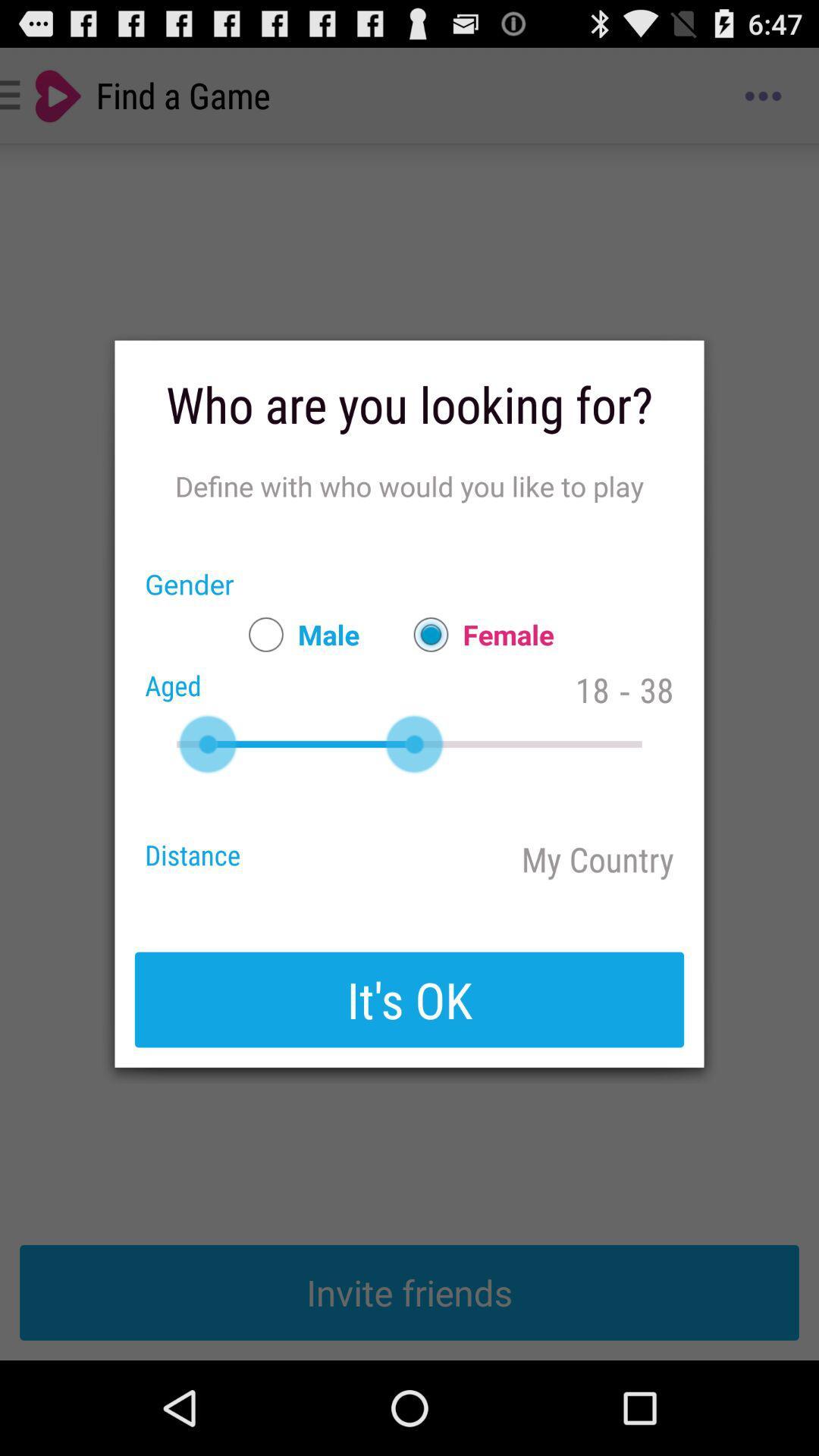 The height and width of the screenshot is (1456, 819). What do you see at coordinates (475, 634) in the screenshot?
I see `app below define with who app` at bounding box center [475, 634].